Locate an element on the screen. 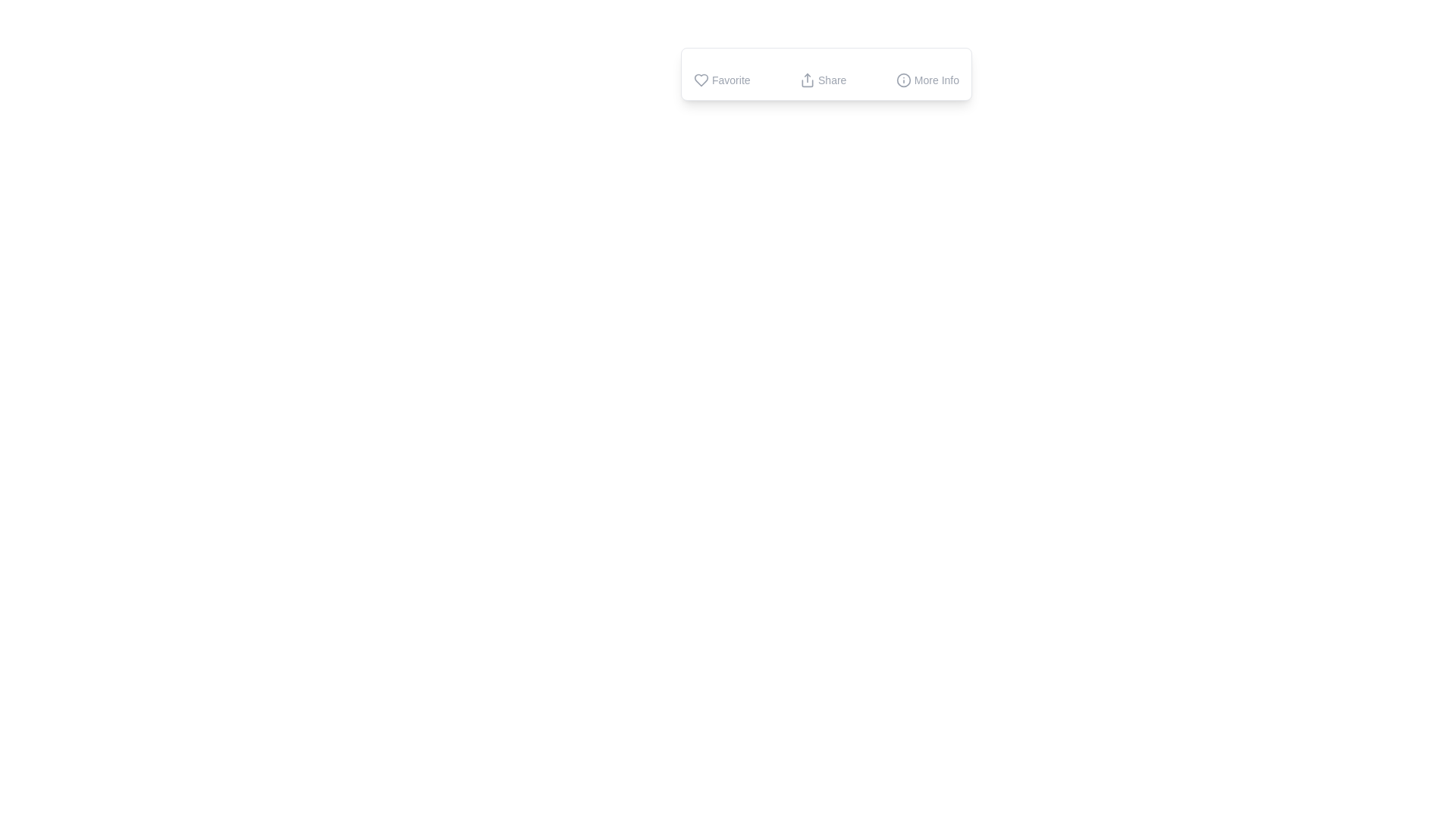  the 'Favorite' icon is located at coordinates (701, 80).